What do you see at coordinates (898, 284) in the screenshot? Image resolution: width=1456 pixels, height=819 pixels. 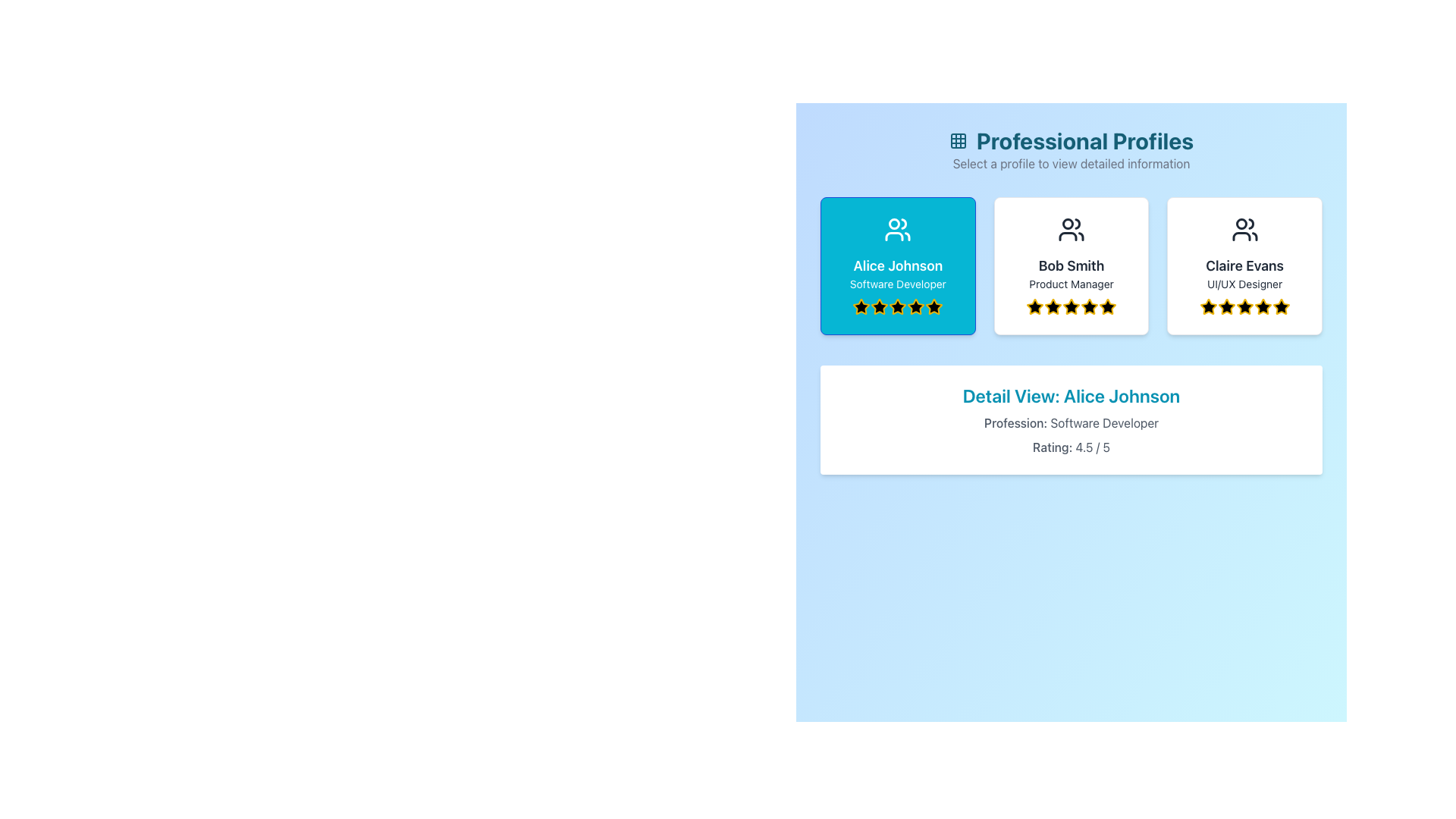 I see `the text label that describes the job title or role associated with 'Alice Johnson', located beneath her name and above the star rating icons` at bounding box center [898, 284].